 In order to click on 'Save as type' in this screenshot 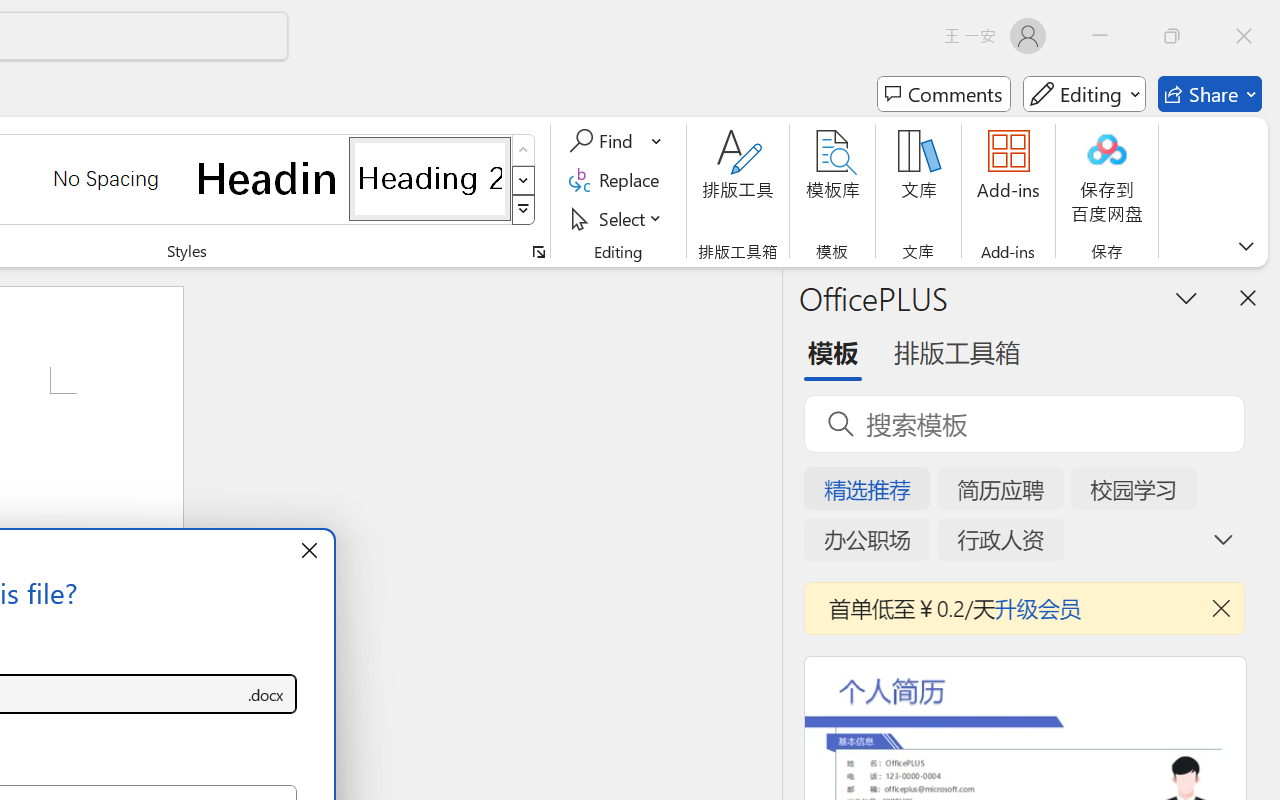, I will do `click(264, 694)`.